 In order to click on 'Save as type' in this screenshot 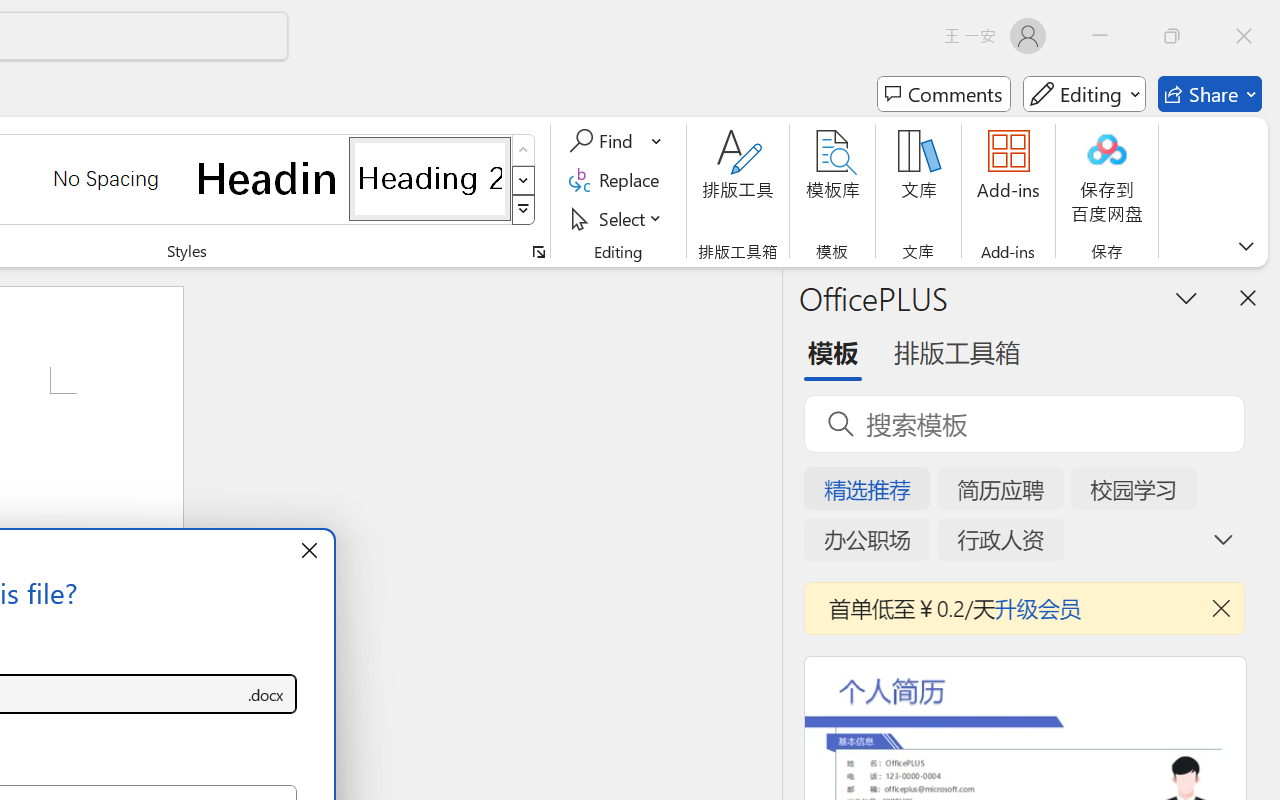, I will do `click(264, 694)`.